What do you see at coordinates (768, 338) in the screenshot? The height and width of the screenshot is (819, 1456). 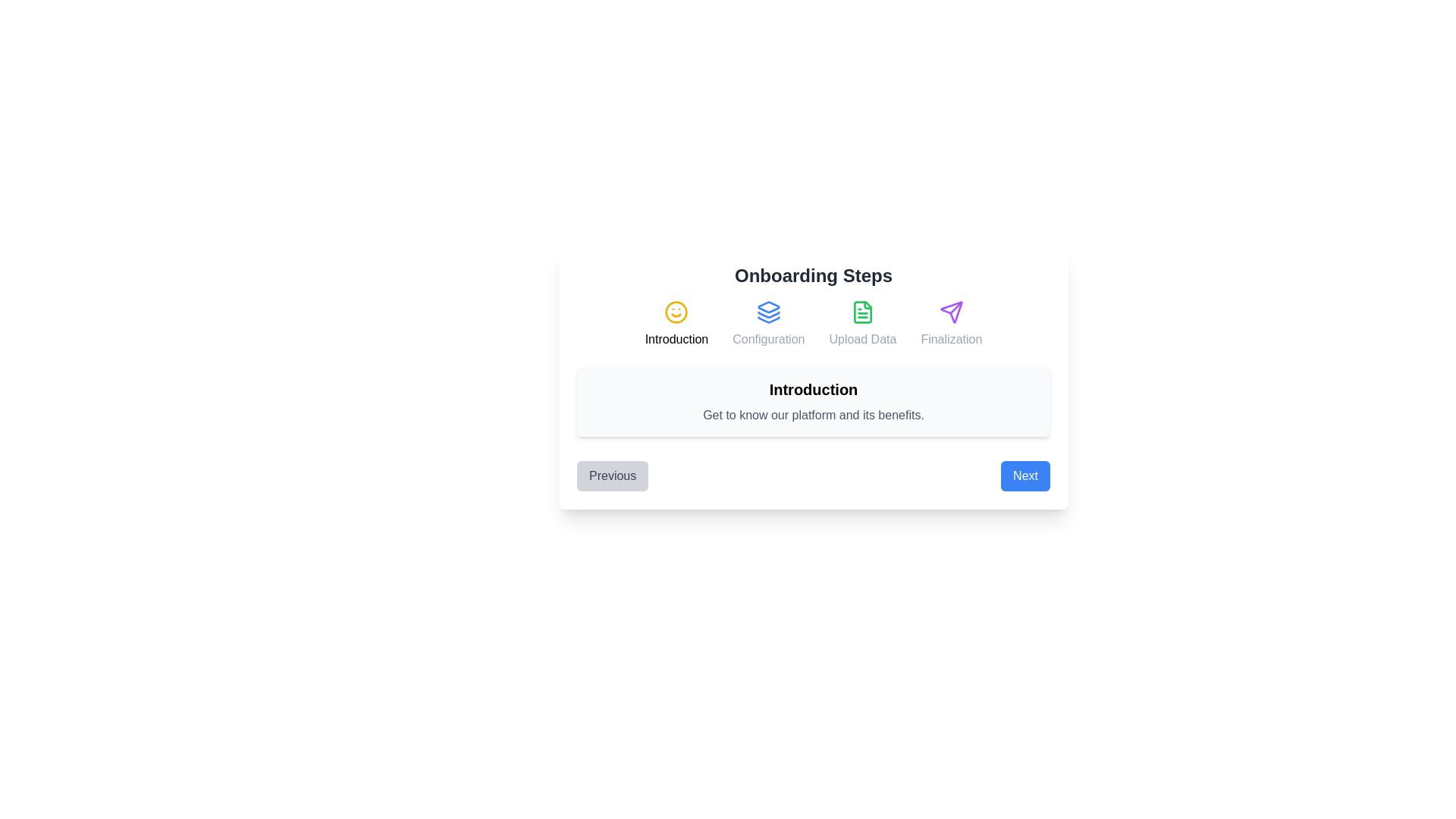 I see `the text label displaying 'Configuration', which is part of a step indicator layout and is positioned below a blue icon resembling stacked layers` at bounding box center [768, 338].